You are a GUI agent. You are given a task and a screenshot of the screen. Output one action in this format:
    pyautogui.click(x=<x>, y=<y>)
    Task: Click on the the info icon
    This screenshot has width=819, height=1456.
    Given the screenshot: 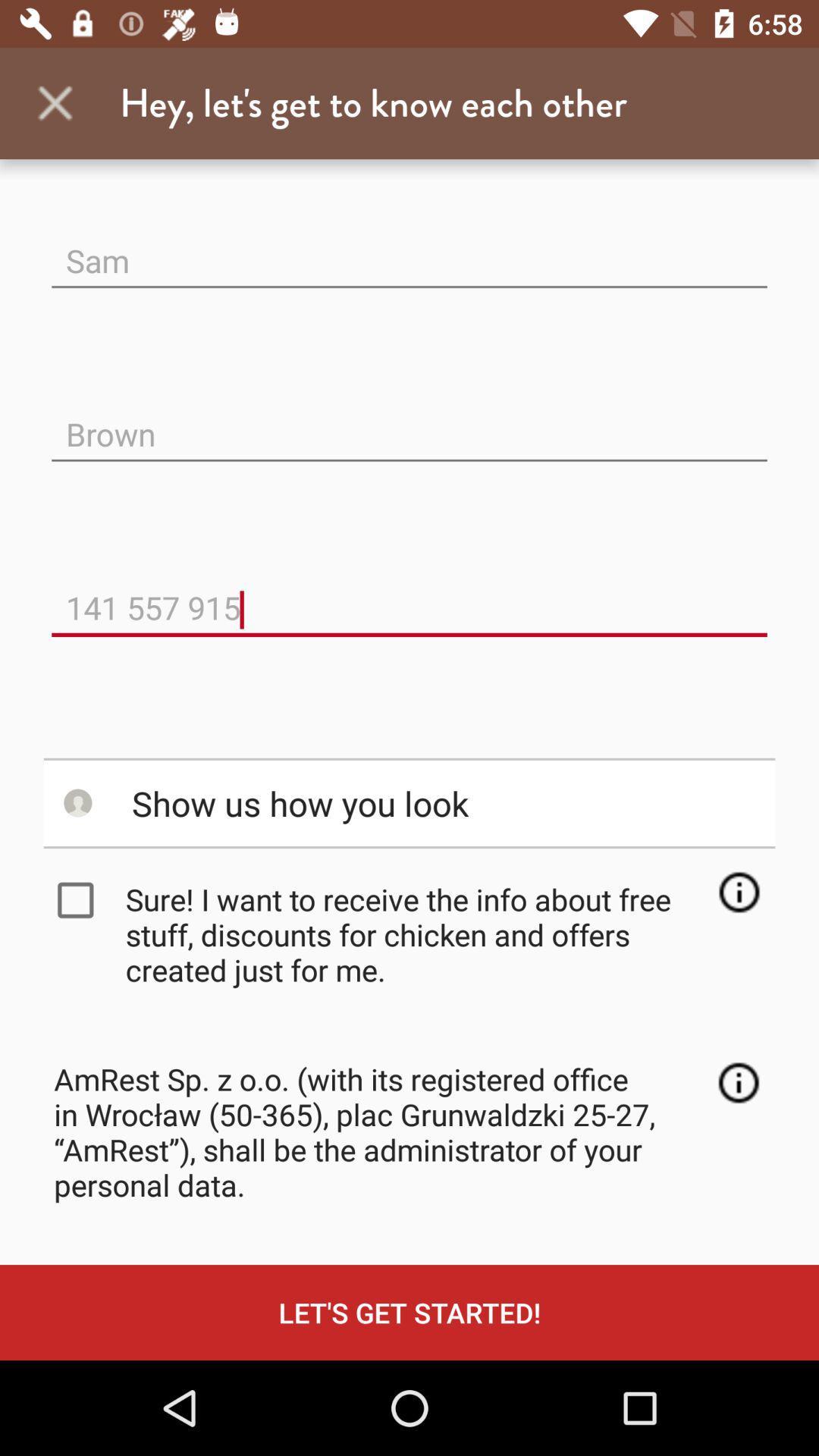 What is the action you would take?
    pyautogui.click(x=738, y=892)
    